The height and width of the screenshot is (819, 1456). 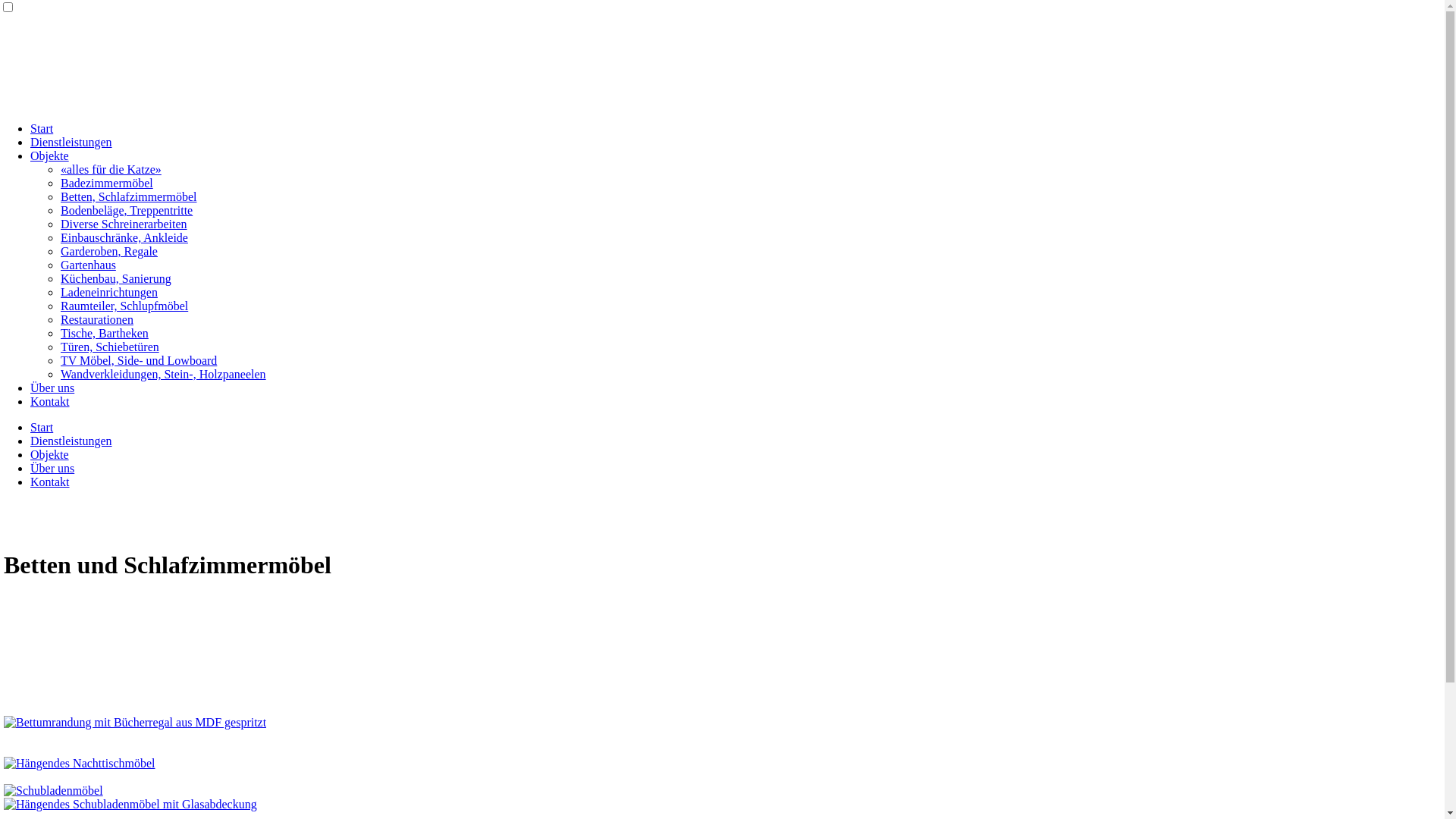 I want to click on 'Garderoben, Regale', so click(x=61, y=250).